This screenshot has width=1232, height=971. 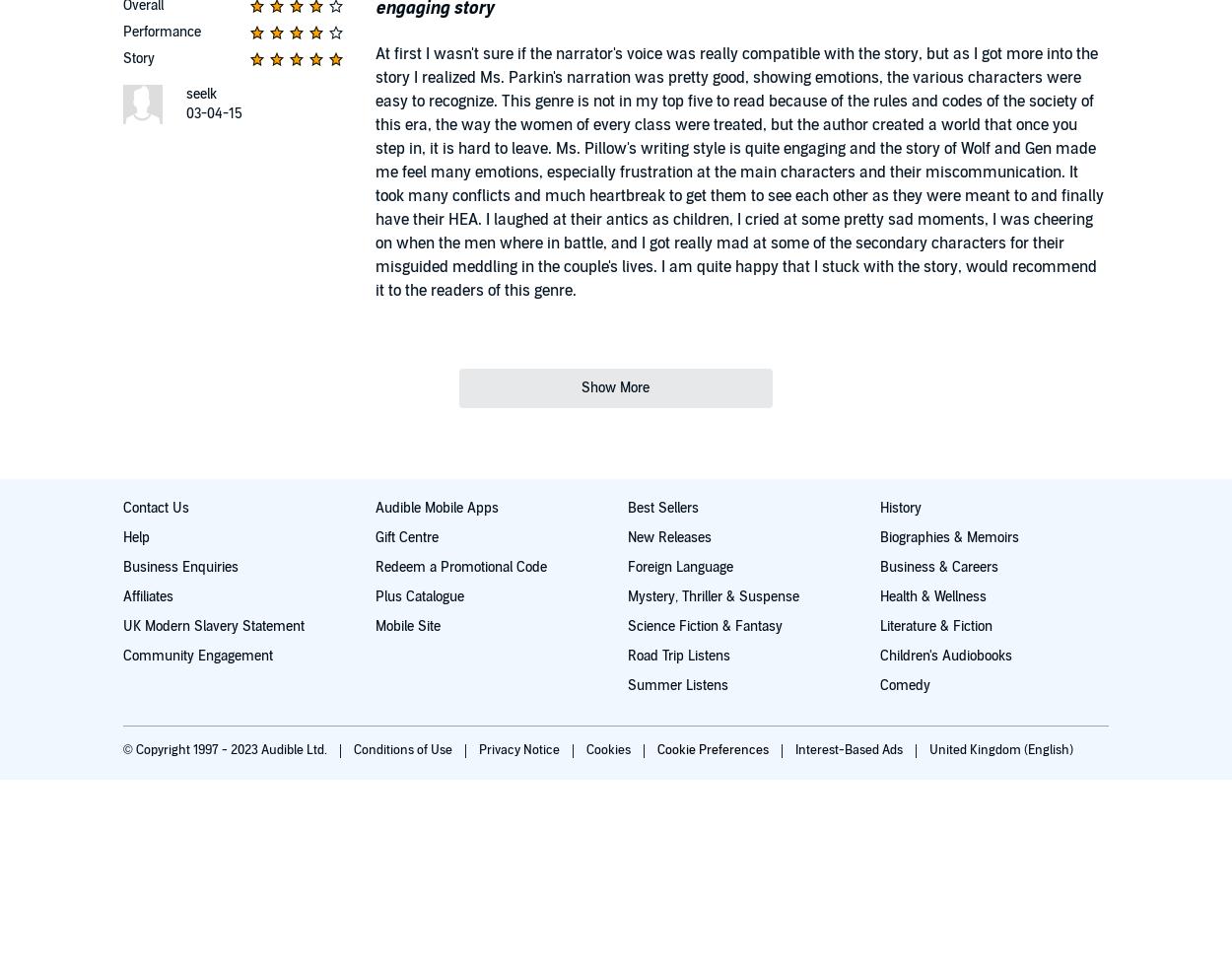 What do you see at coordinates (200, 93) in the screenshot?
I see `'seelk'` at bounding box center [200, 93].